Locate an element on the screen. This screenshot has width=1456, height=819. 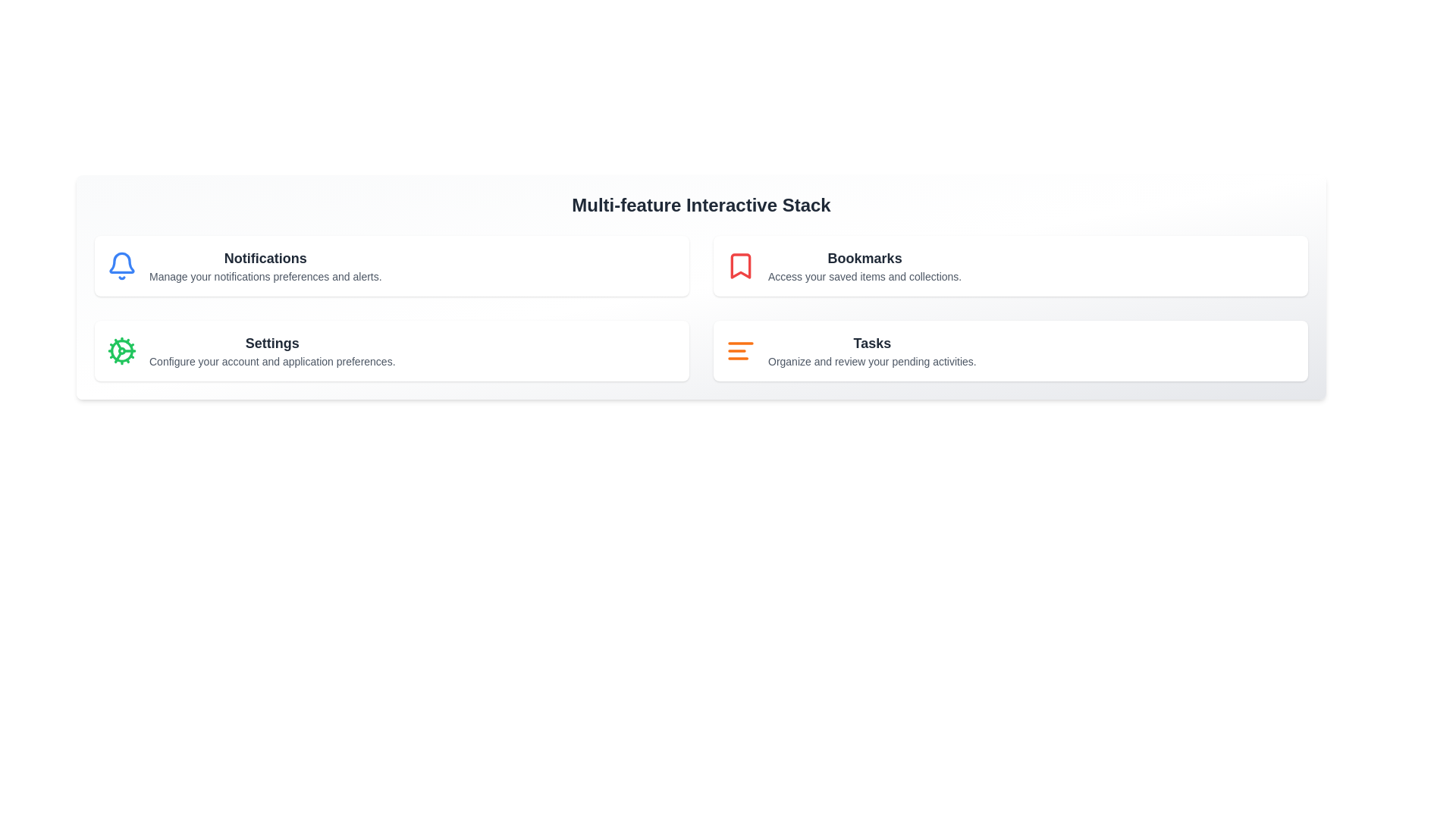
the Informational card at the top-left corner of the grid layout is located at coordinates (392, 265).